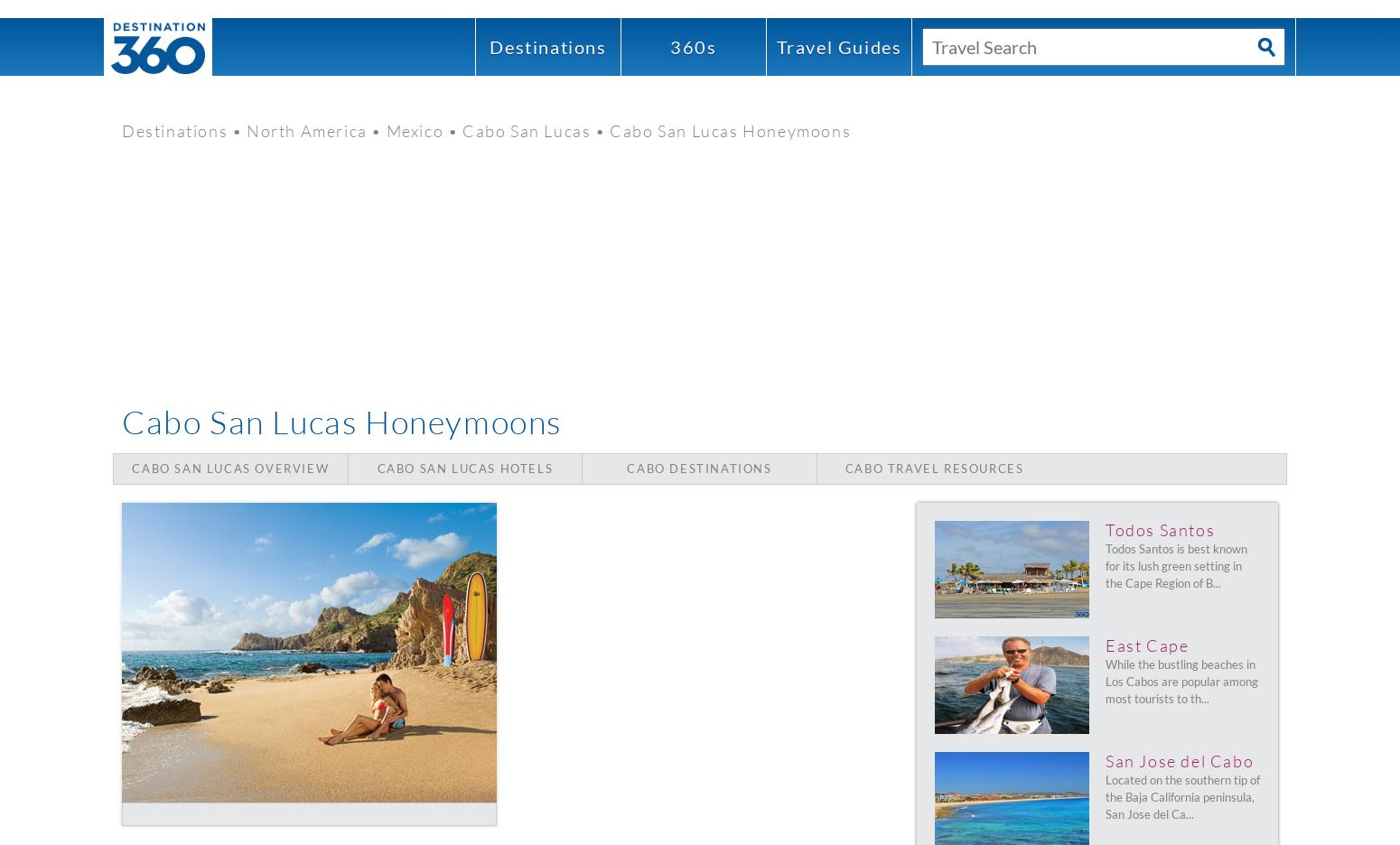 This screenshot has width=1400, height=845. I want to click on 'Todos Santos is best known for its lush green setting in the Cape Region of B...', so click(1175, 564).